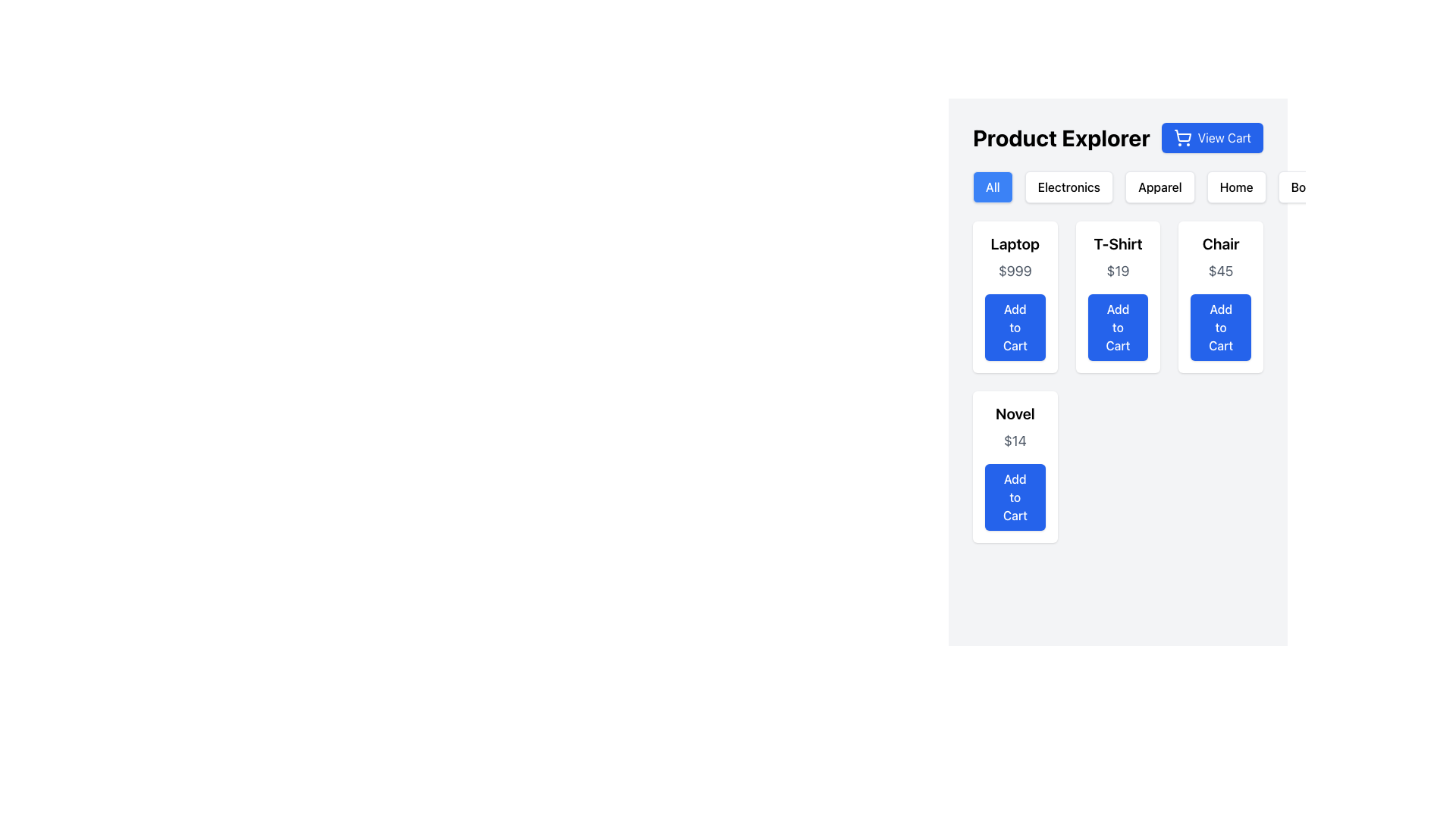 This screenshot has width=1456, height=819. What do you see at coordinates (1236, 186) in the screenshot?
I see `the fourth button in the top navigation bar, which navigates to the 'Home' section of the application` at bounding box center [1236, 186].